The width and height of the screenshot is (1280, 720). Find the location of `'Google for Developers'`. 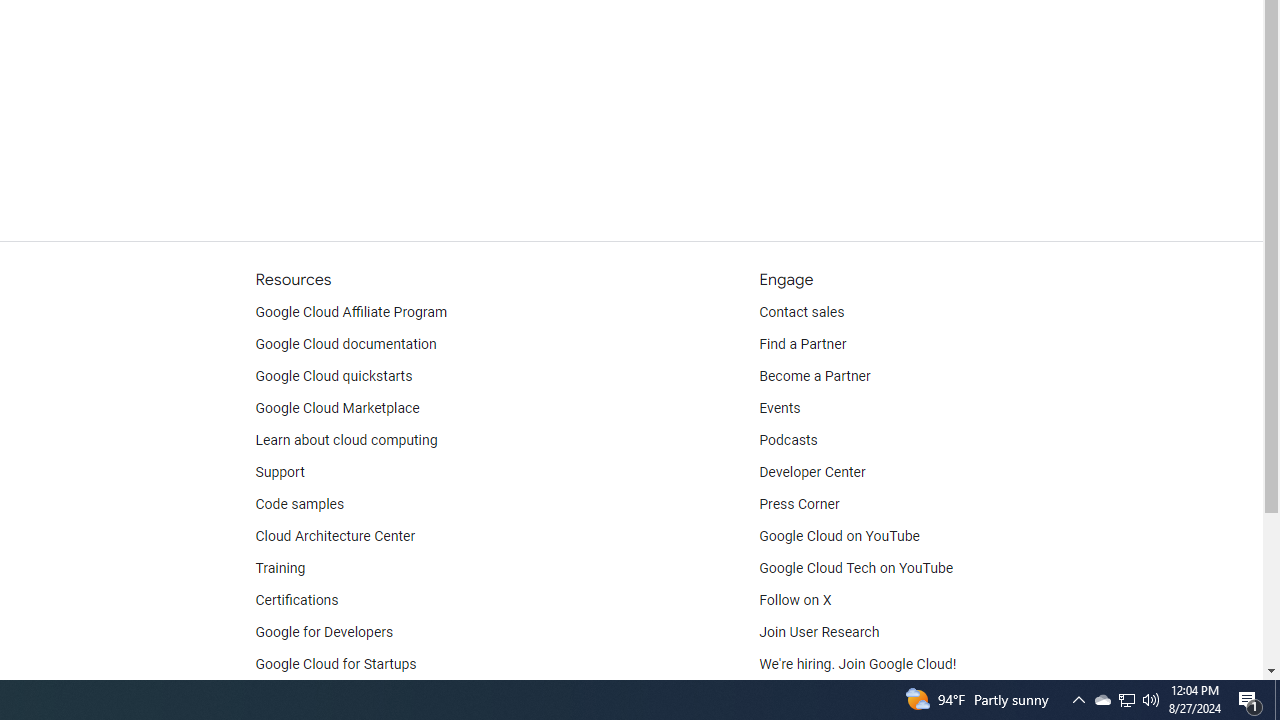

'Google for Developers' is located at coordinates (324, 632).